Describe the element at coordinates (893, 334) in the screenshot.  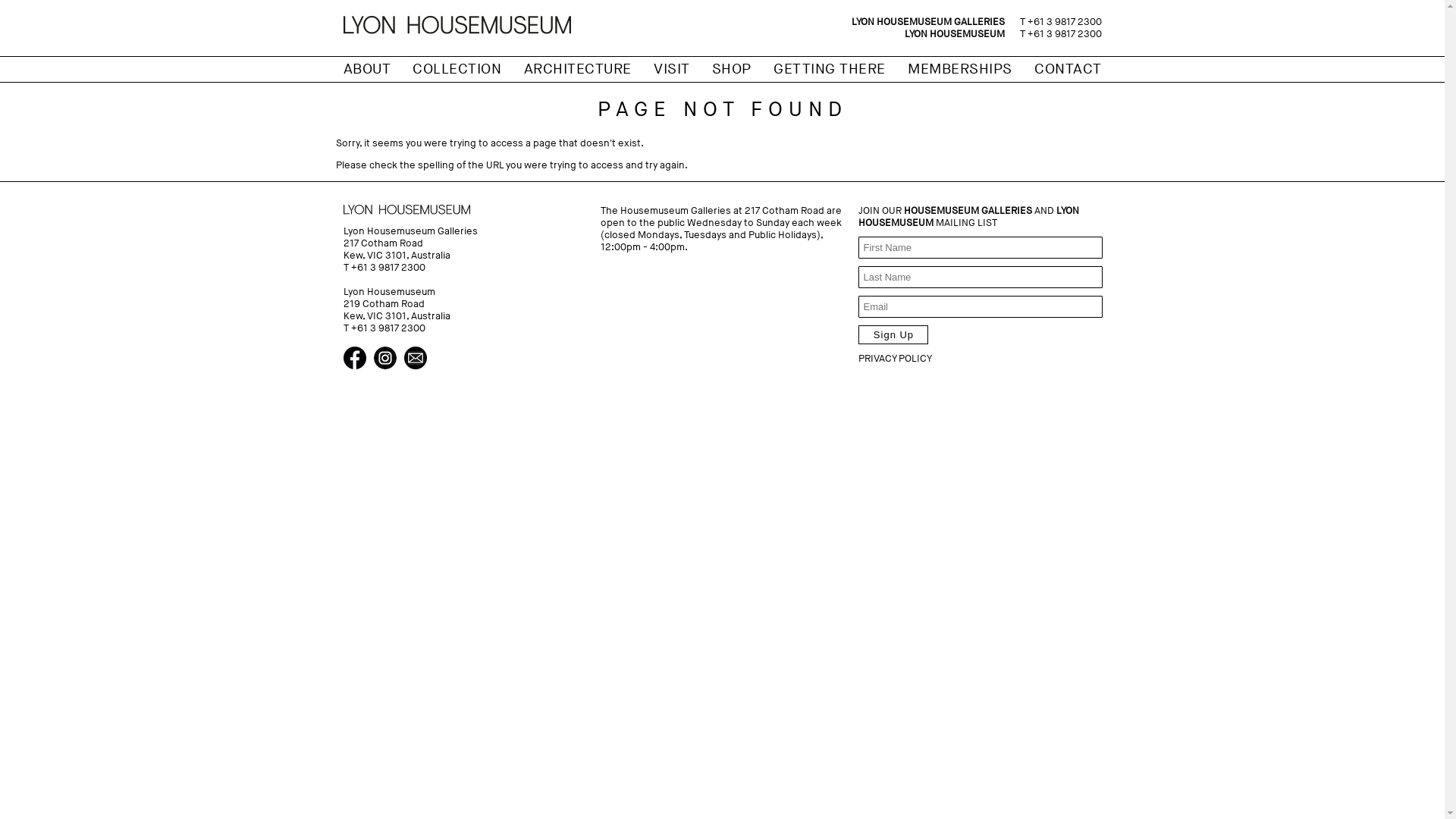
I see `'Sign Up'` at that location.